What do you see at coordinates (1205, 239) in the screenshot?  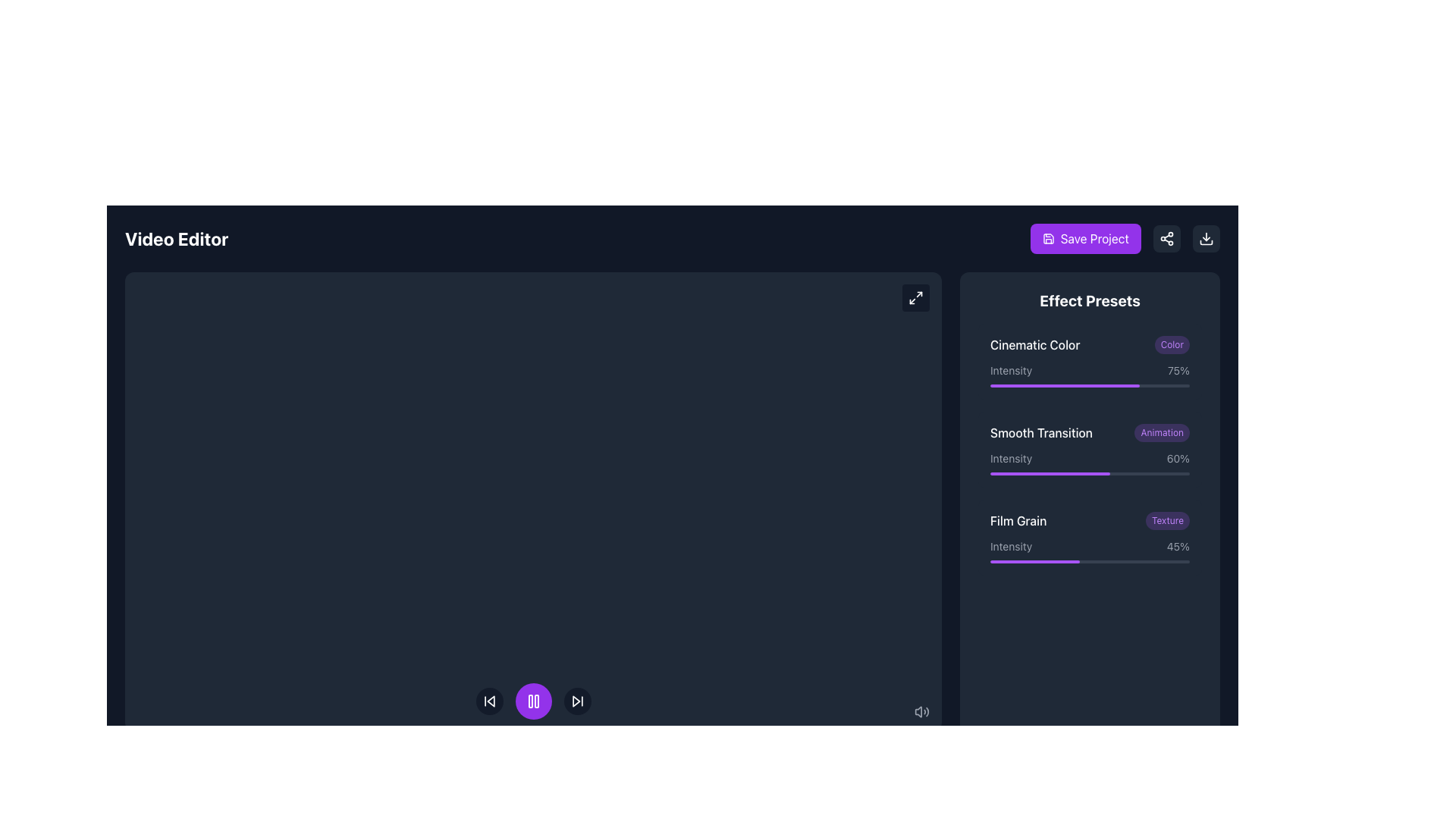 I see `the download icon button, which features a downward arrow into a rectangular base and is located at the top-right corner of the interface` at bounding box center [1205, 239].